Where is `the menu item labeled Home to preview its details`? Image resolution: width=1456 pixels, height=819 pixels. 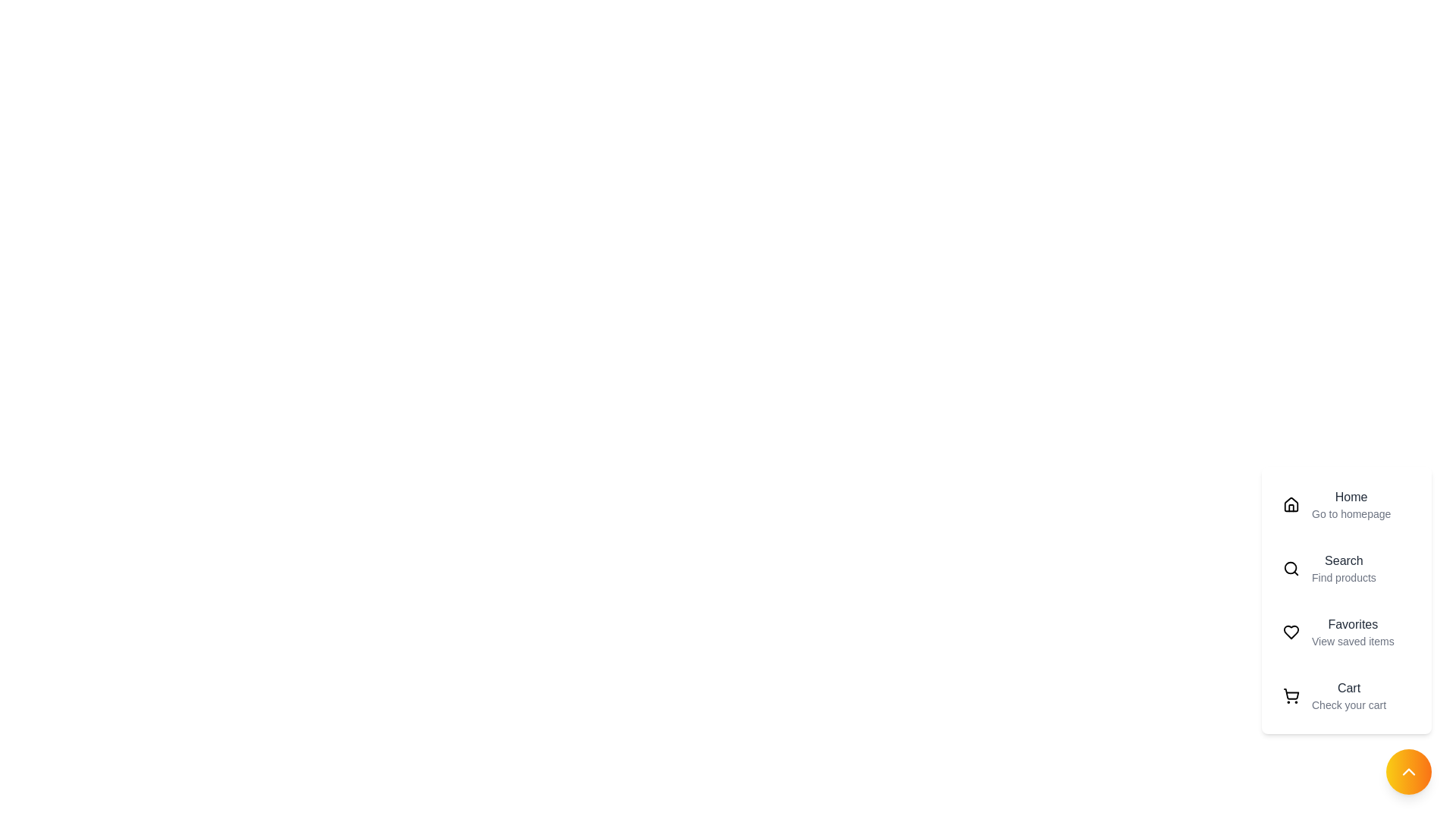
the menu item labeled Home to preview its details is located at coordinates (1347, 505).